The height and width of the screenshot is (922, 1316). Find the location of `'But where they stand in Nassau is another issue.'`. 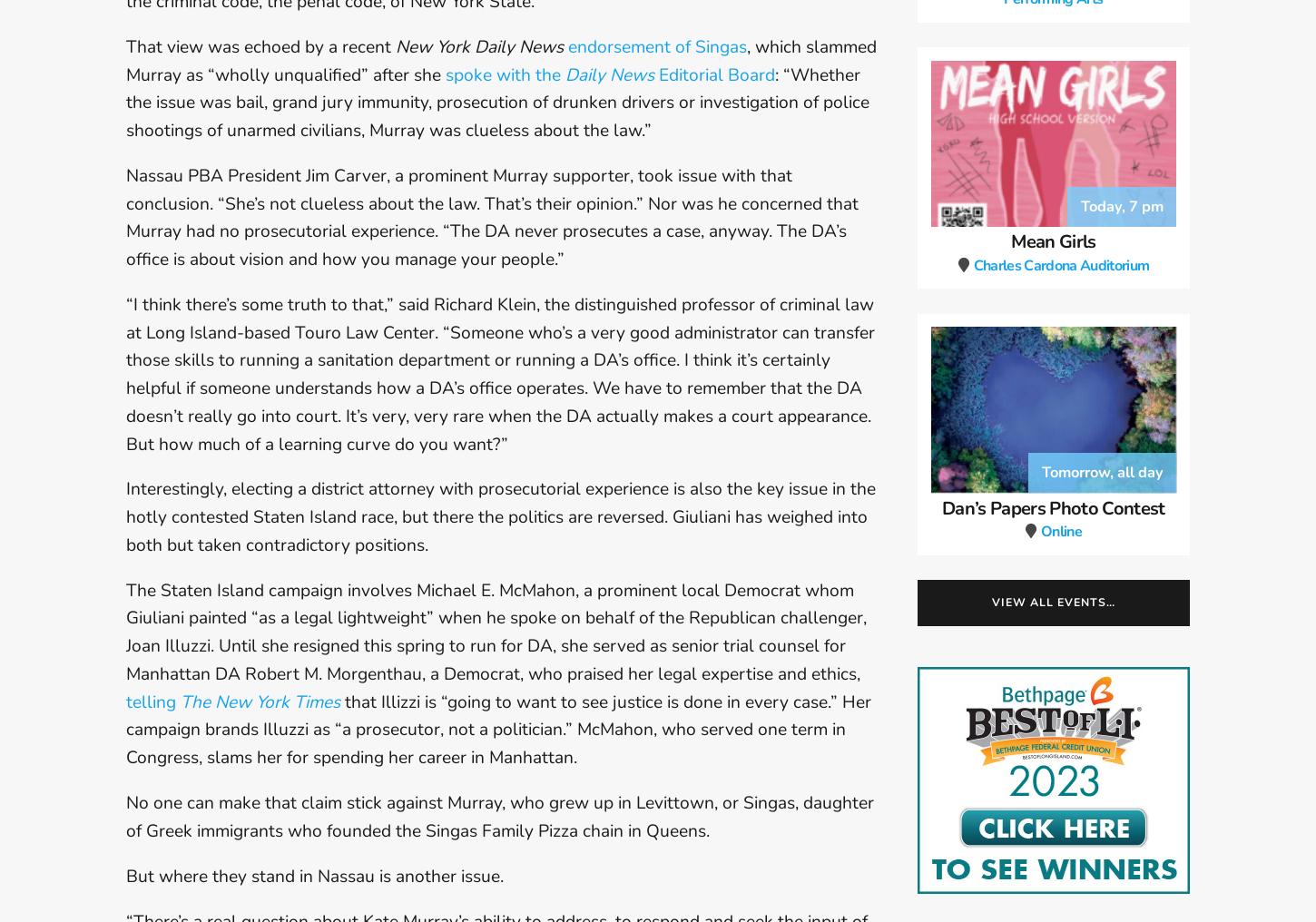

'But where they stand in Nassau is another issue.' is located at coordinates (314, 875).